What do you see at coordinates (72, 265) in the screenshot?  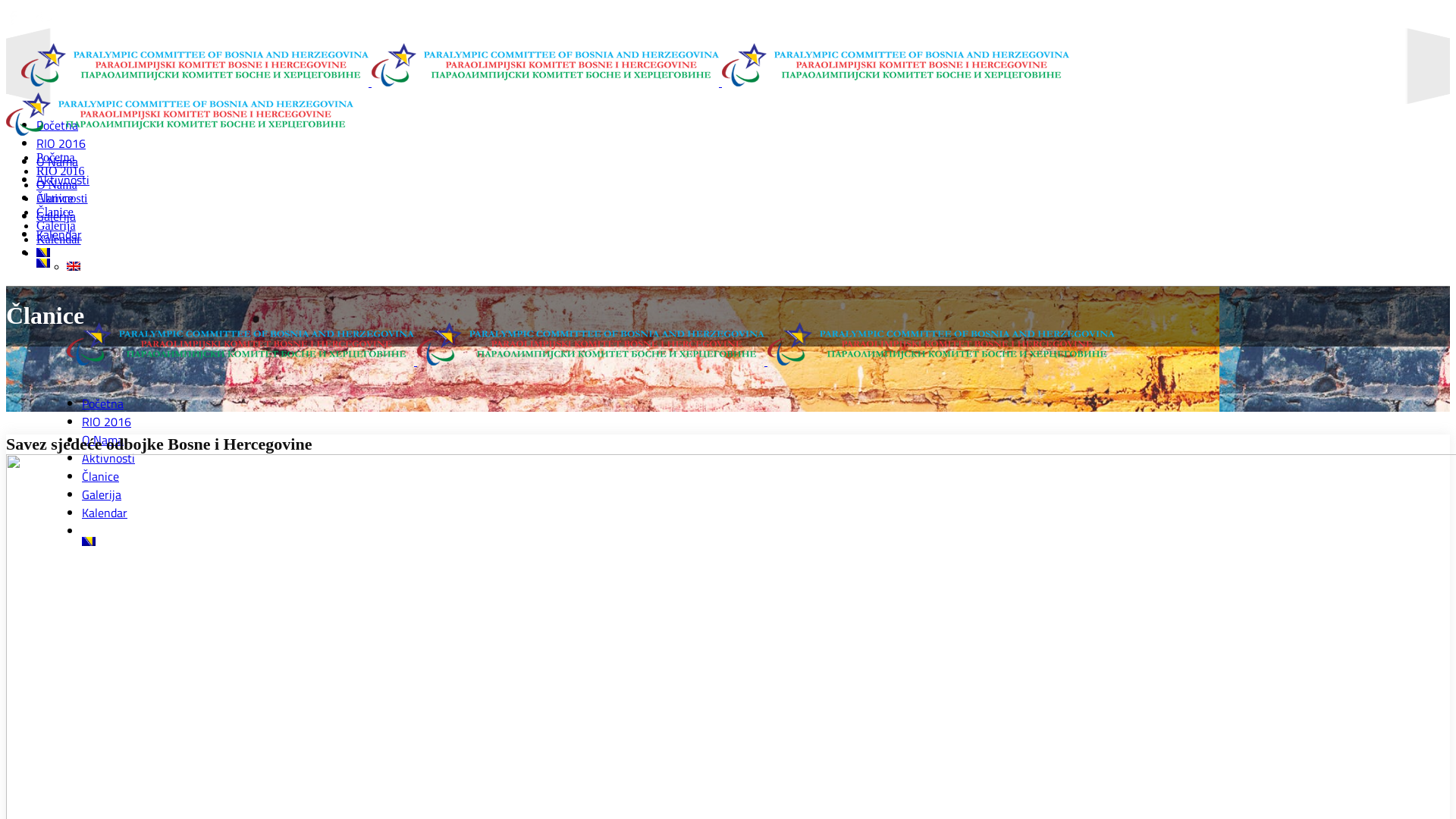 I see `'English'` at bounding box center [72, 265].